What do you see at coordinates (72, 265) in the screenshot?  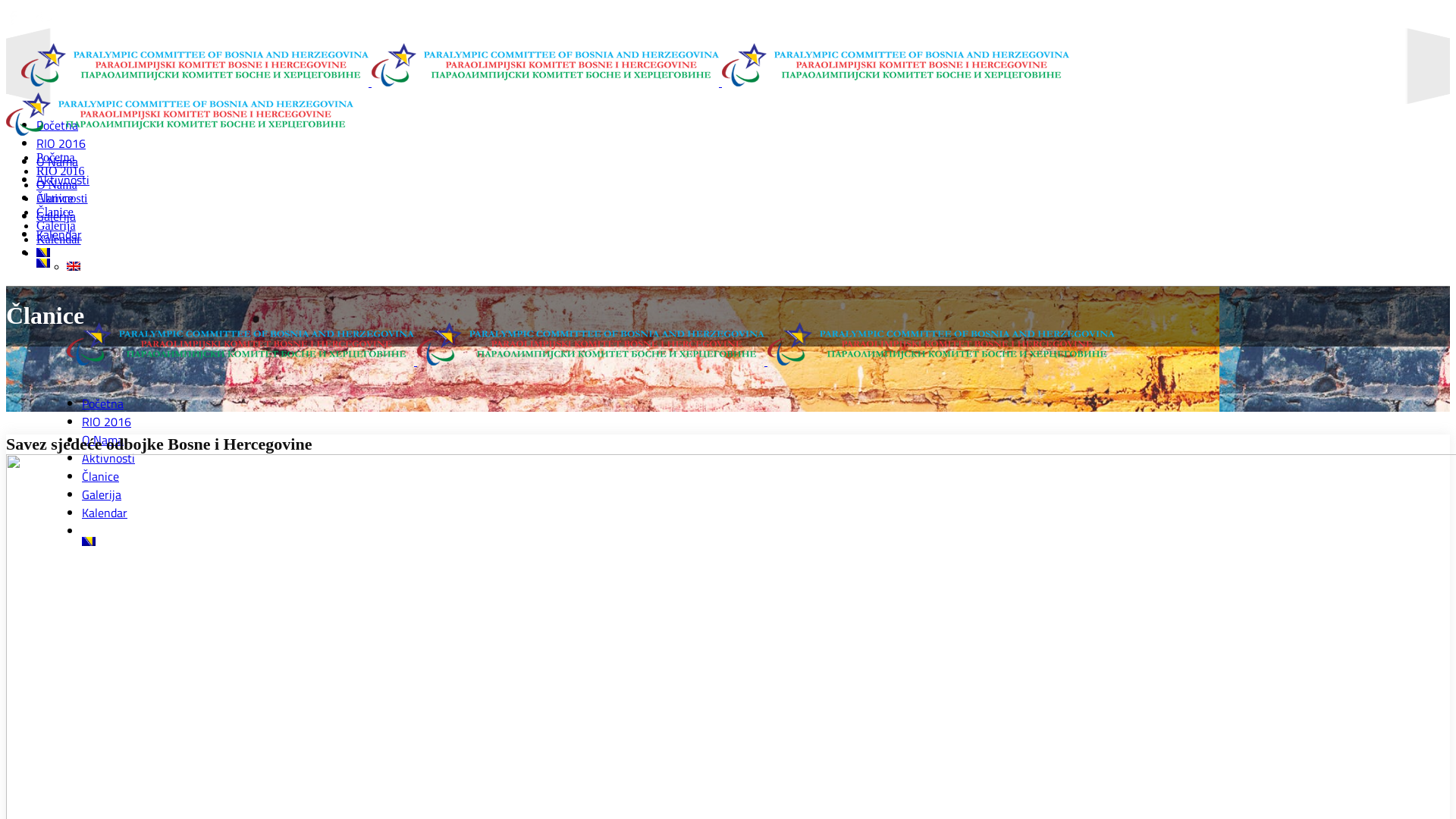 I see `'English'` at bounding box center [72, 265].